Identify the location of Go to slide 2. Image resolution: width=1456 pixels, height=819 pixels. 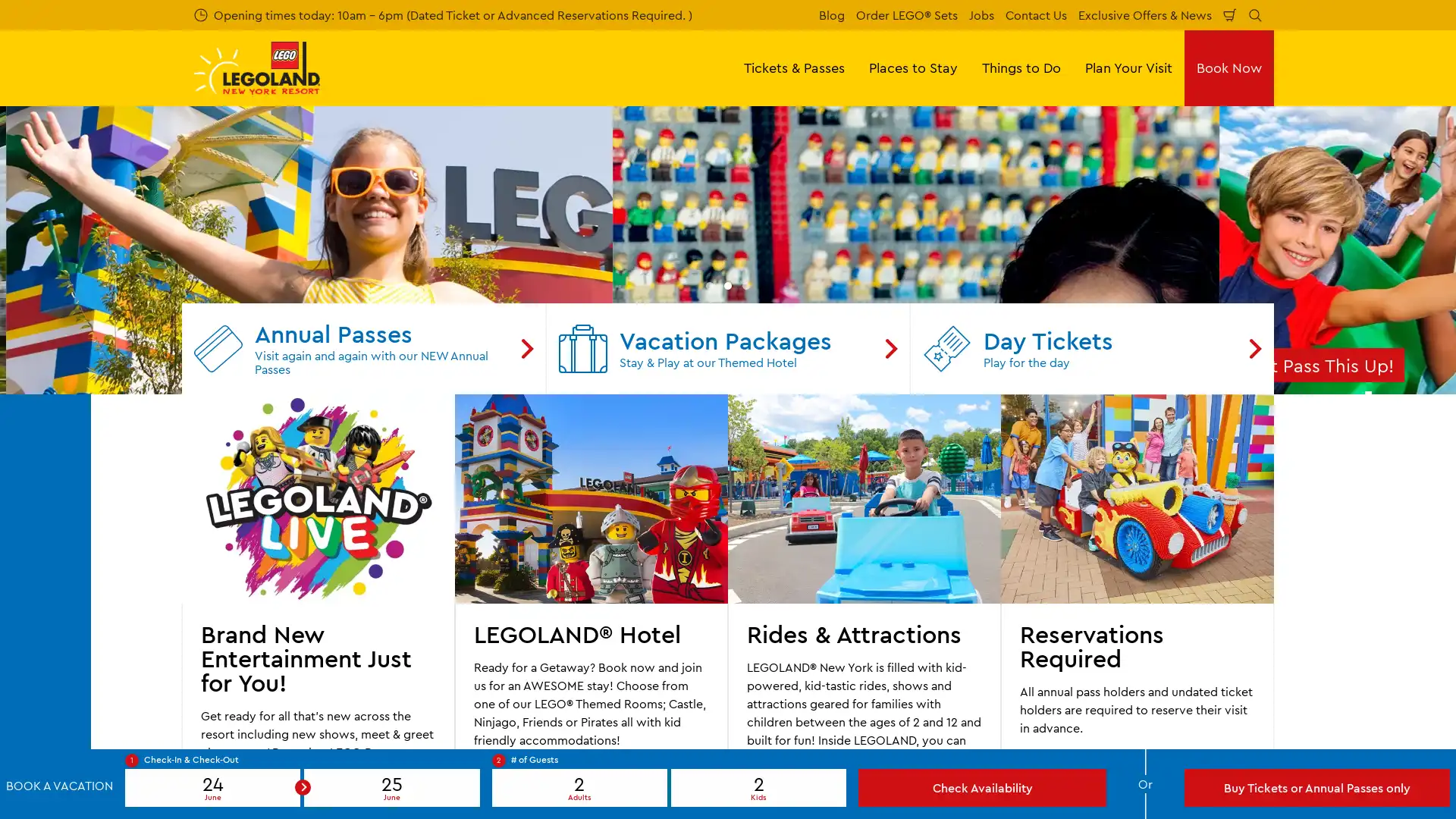
(728, 587).